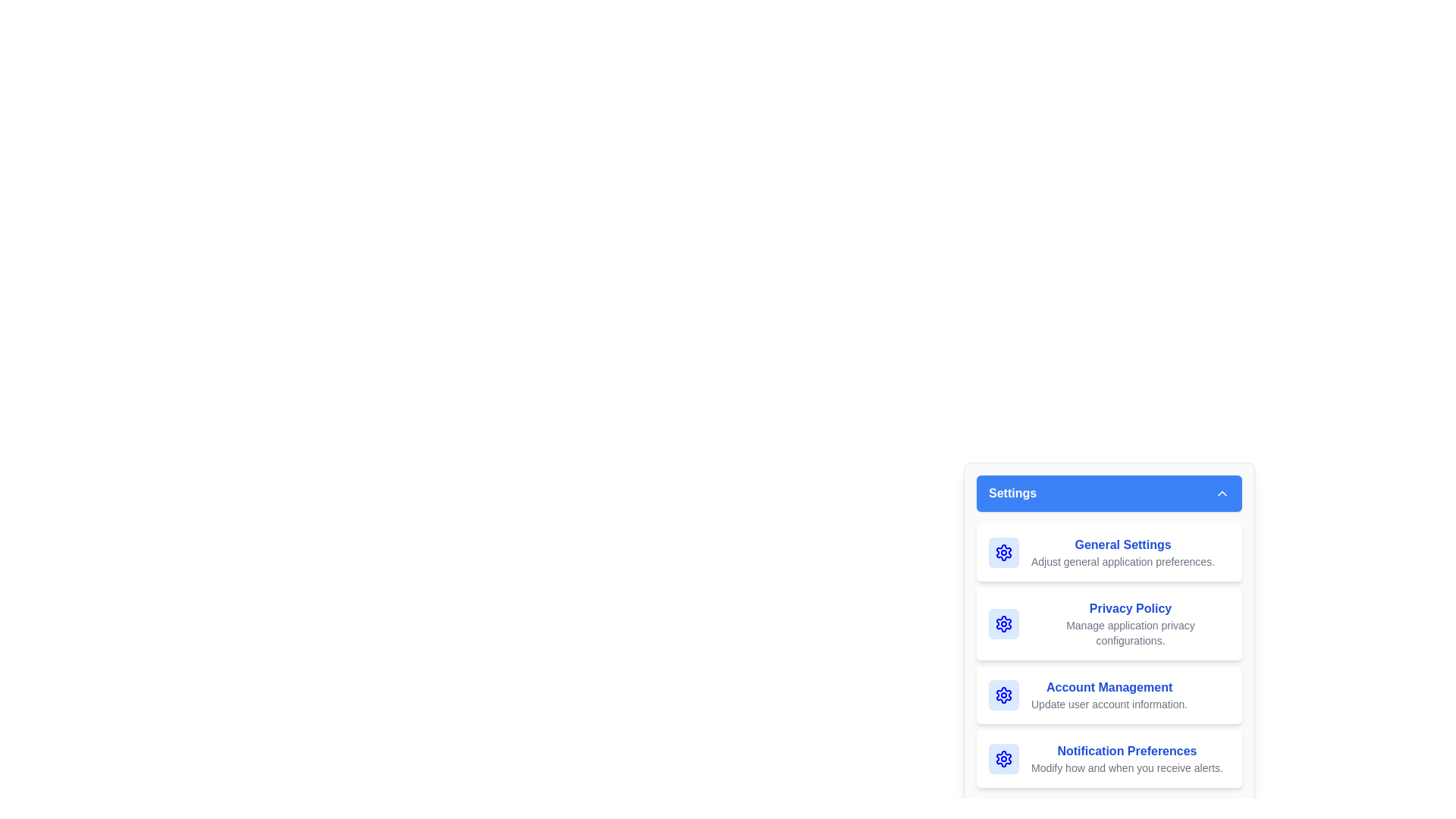  I want to click on the menu item Privacy Policy from the dropdown, so click(1109, 623).